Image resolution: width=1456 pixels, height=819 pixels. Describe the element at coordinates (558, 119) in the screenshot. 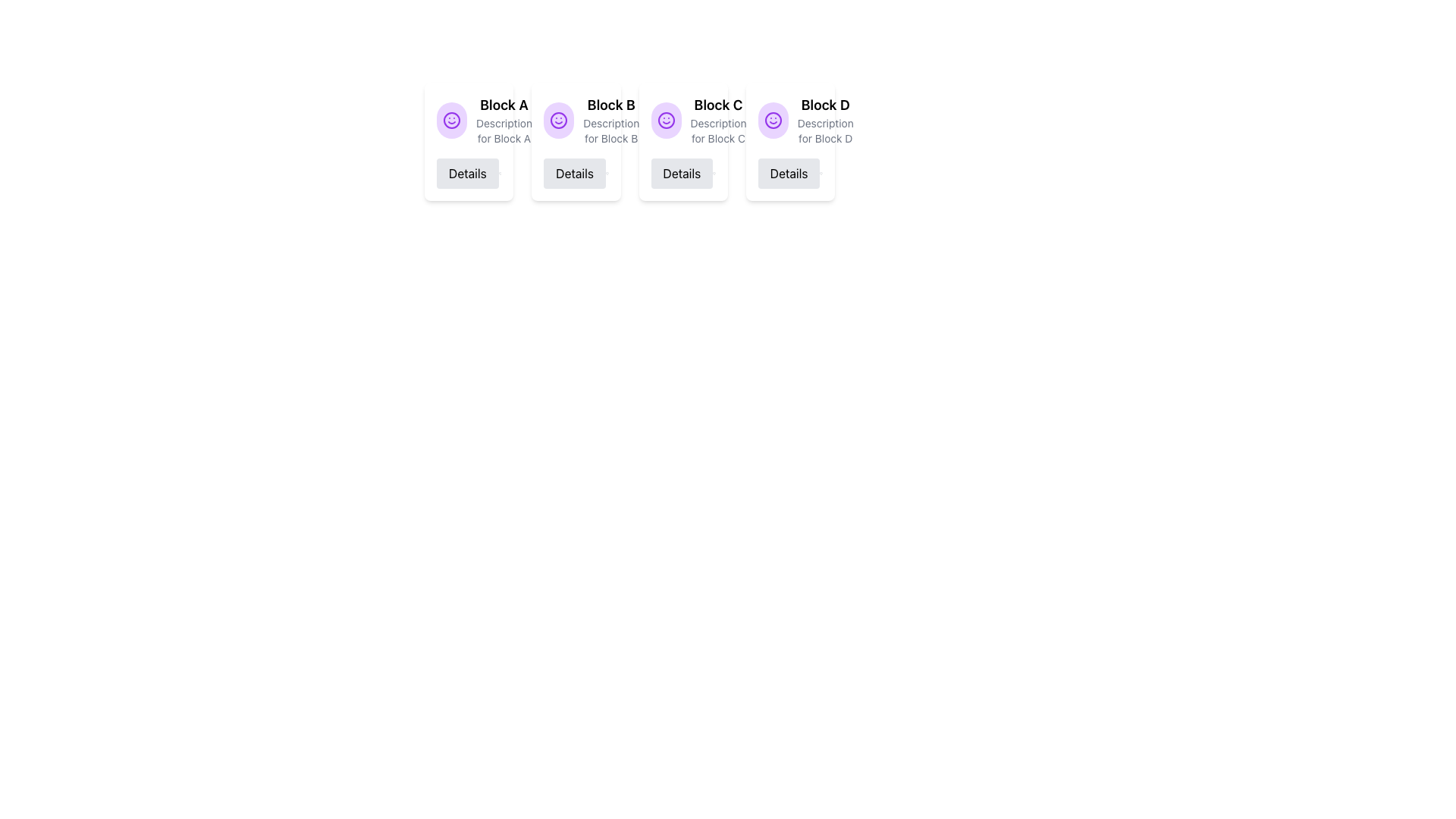

I see `the circular icon with a light purple background and a smiling face, located in the upper portion of the card labeled 'Block B'` at that location.